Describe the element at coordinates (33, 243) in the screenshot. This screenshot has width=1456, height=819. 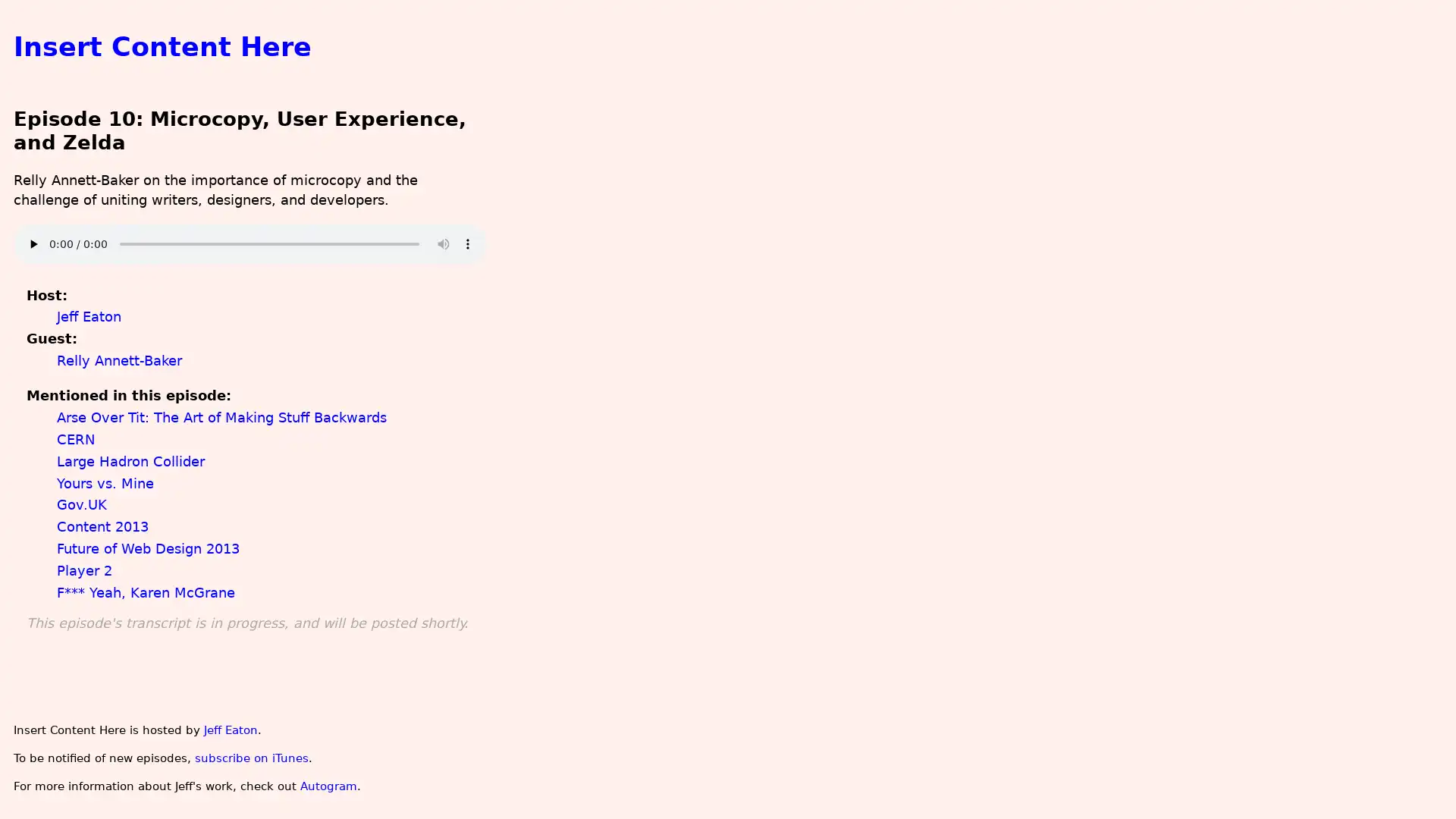
I see `play` at that location.